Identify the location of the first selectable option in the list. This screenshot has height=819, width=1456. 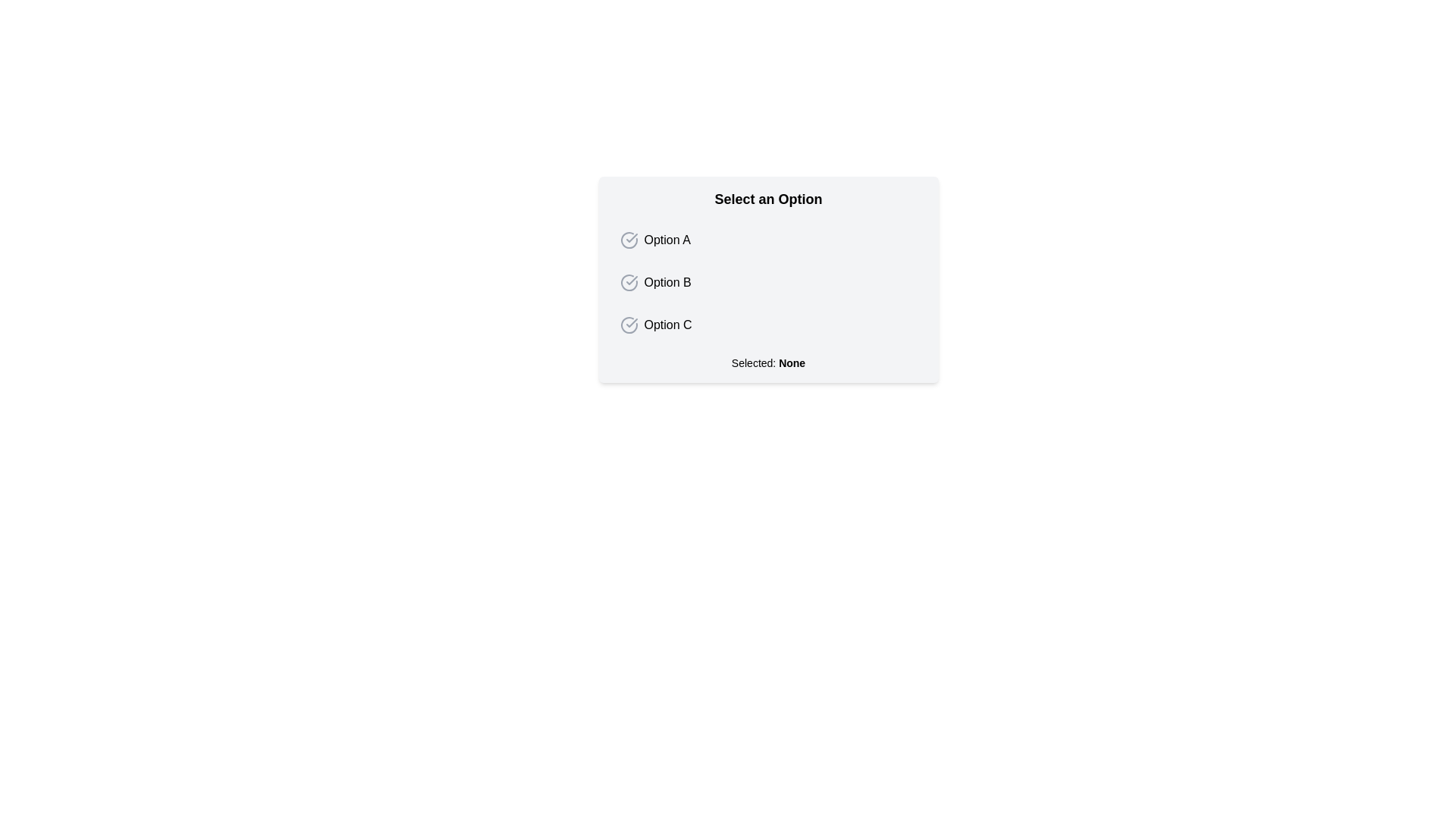
(768, 239).